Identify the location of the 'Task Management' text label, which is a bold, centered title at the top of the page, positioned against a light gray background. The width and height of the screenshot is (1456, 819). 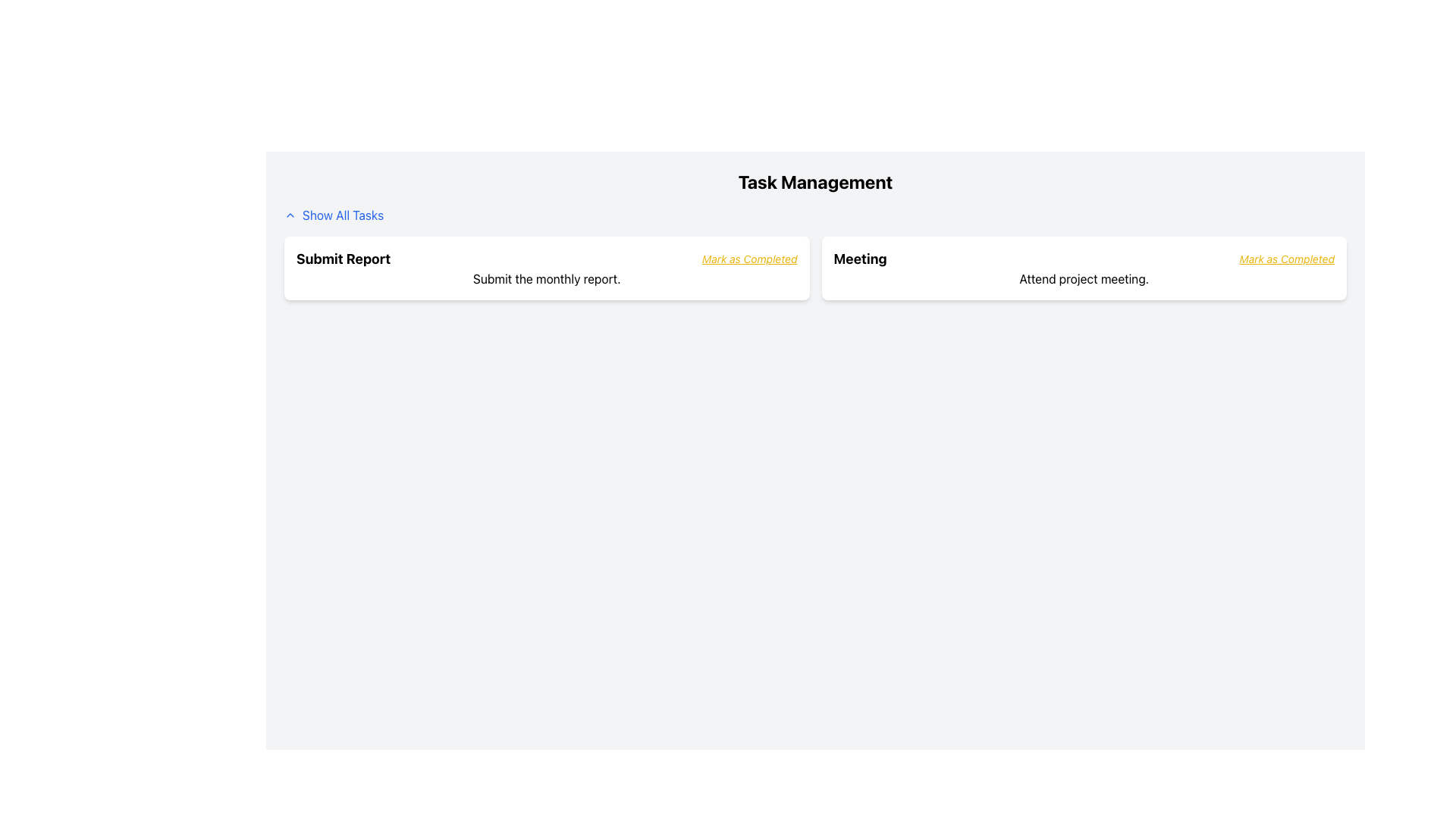
(814, 180).